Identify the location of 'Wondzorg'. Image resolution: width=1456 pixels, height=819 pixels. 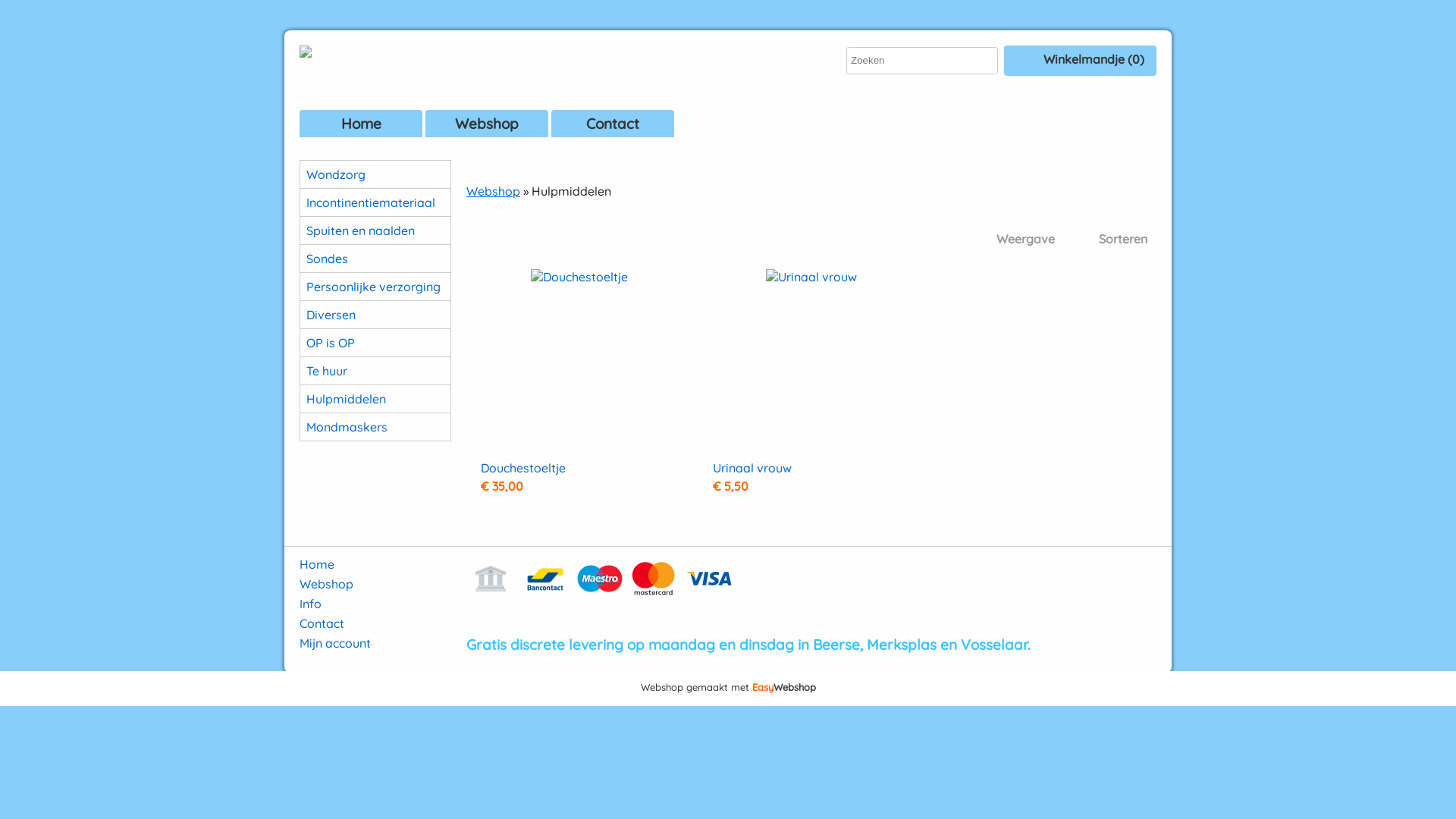
(375, 174).